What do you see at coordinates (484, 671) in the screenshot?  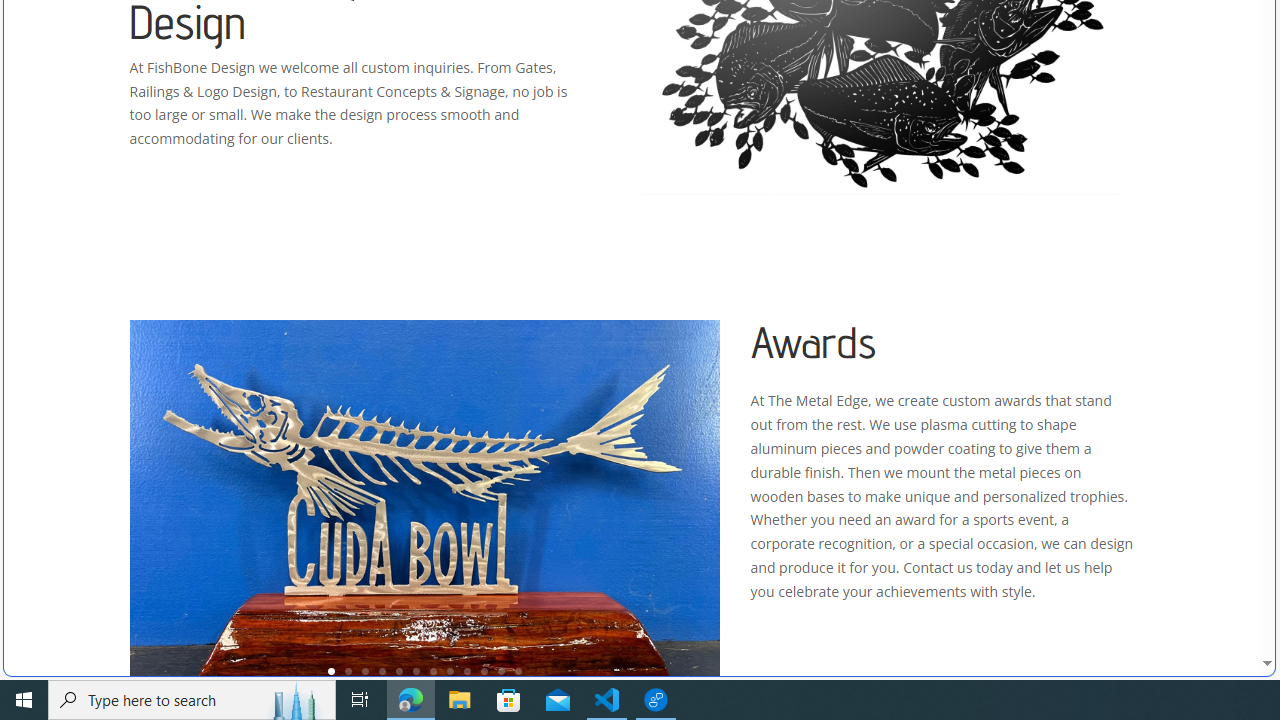 I see `'10'` at bounding box center [484, 671].